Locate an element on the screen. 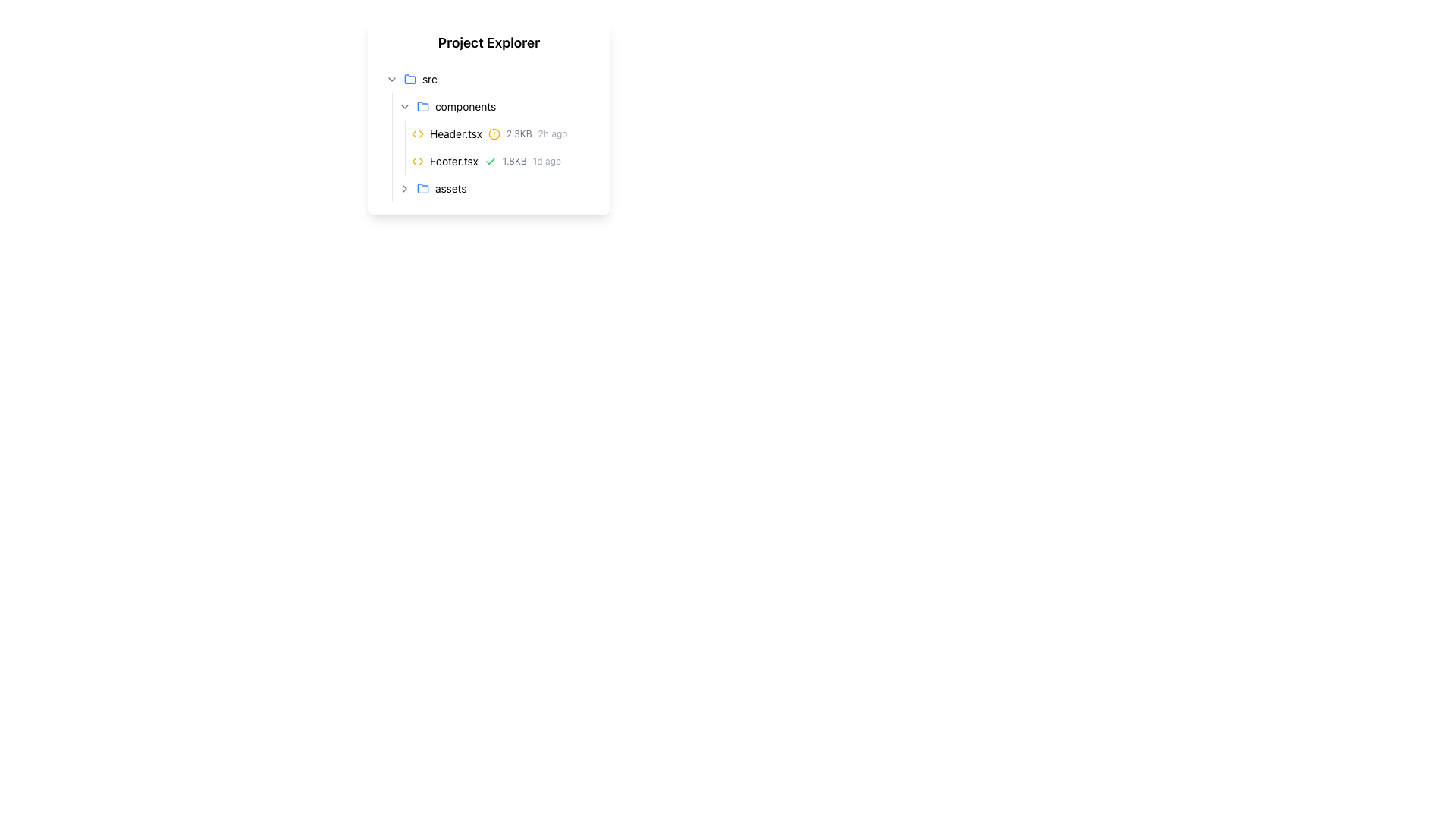  the text label indicating the modification time of the file 'Header.tsx', which shows that it was modified 2 hours ago, located to the right of the size information '2.3KB' is located at coordinates (552, 133).